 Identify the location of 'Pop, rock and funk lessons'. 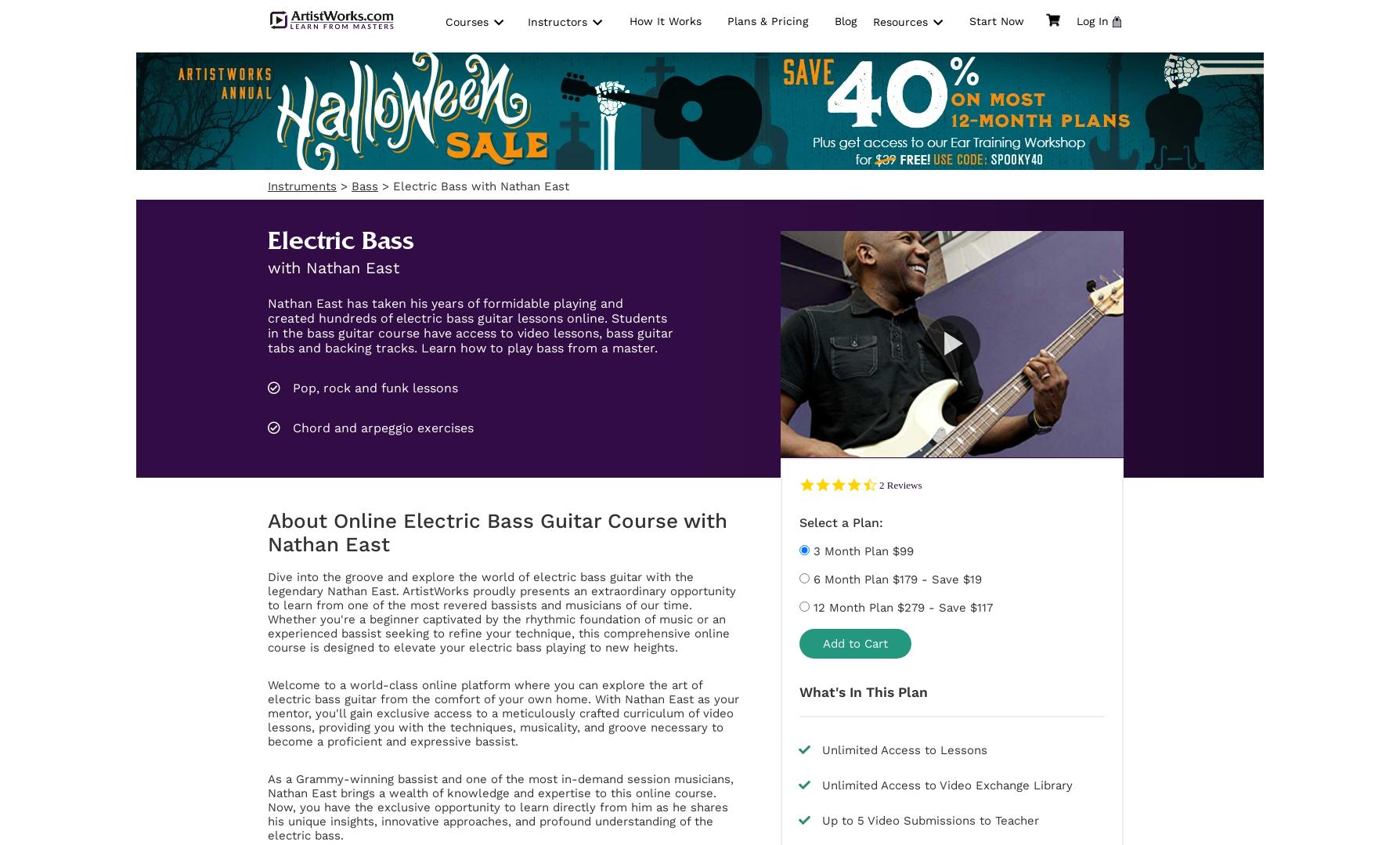
(288, 387).